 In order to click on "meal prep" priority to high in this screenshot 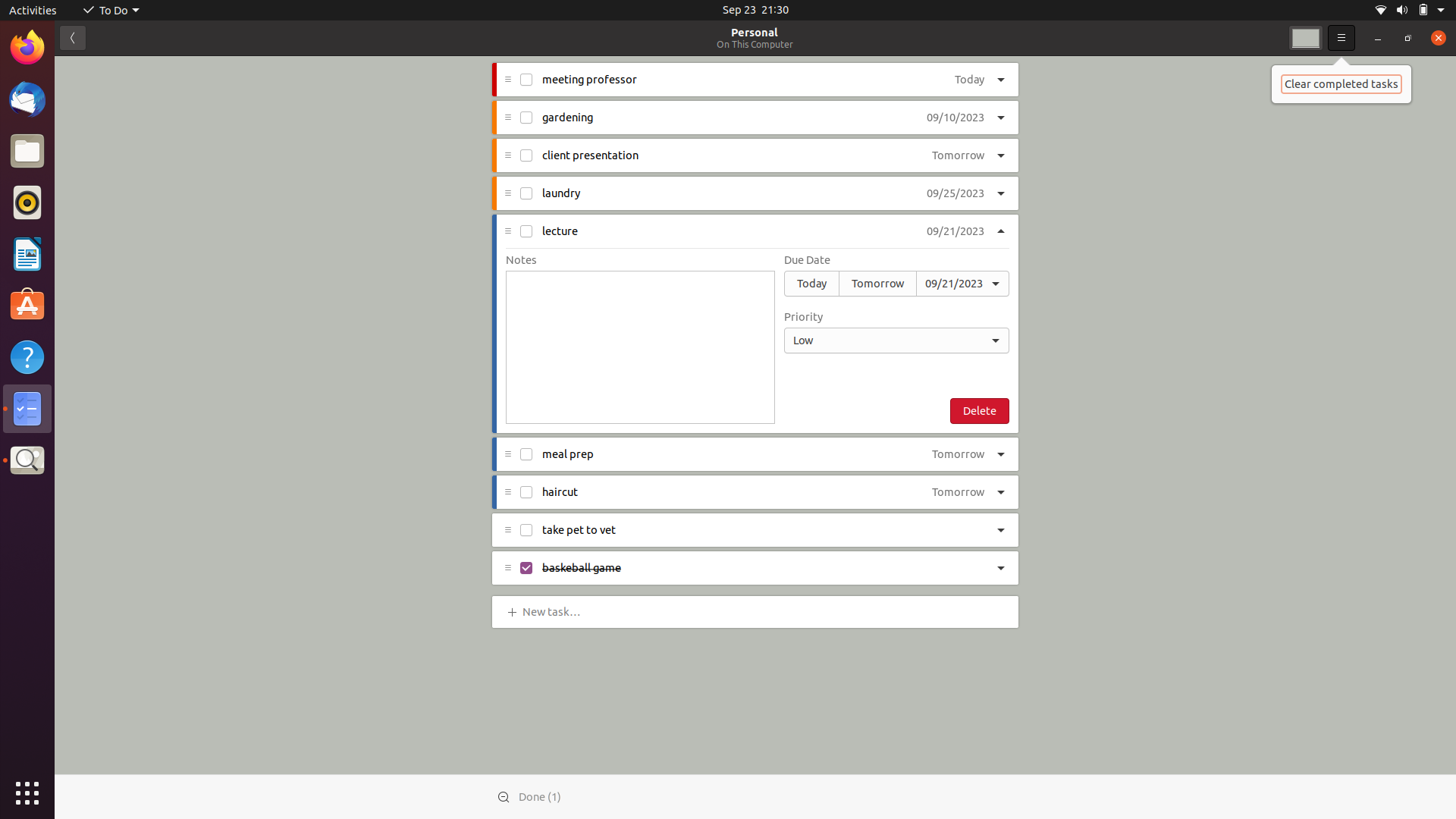, I will do `click(1003, 453)`.